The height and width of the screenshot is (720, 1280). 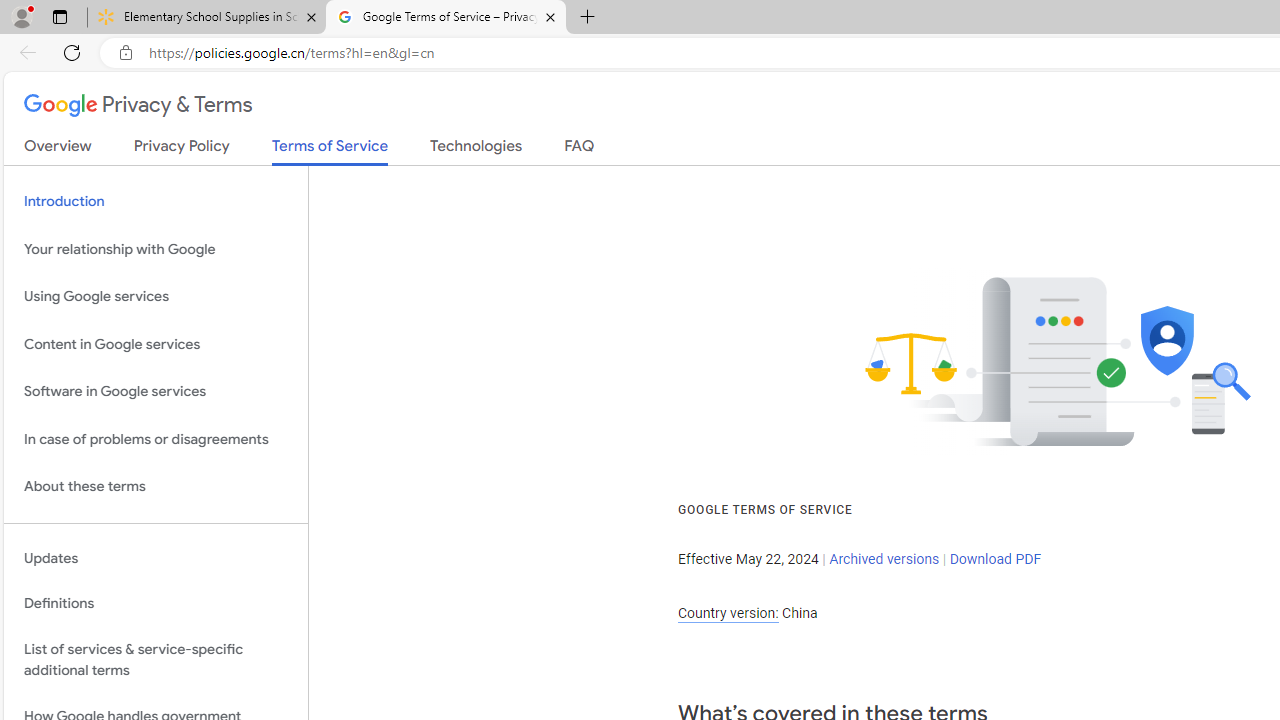 What do you see at coordinates (155, 438) in the screenshot?
I see `'In case of problems or disagreements'` at bounding box center [155, 438].